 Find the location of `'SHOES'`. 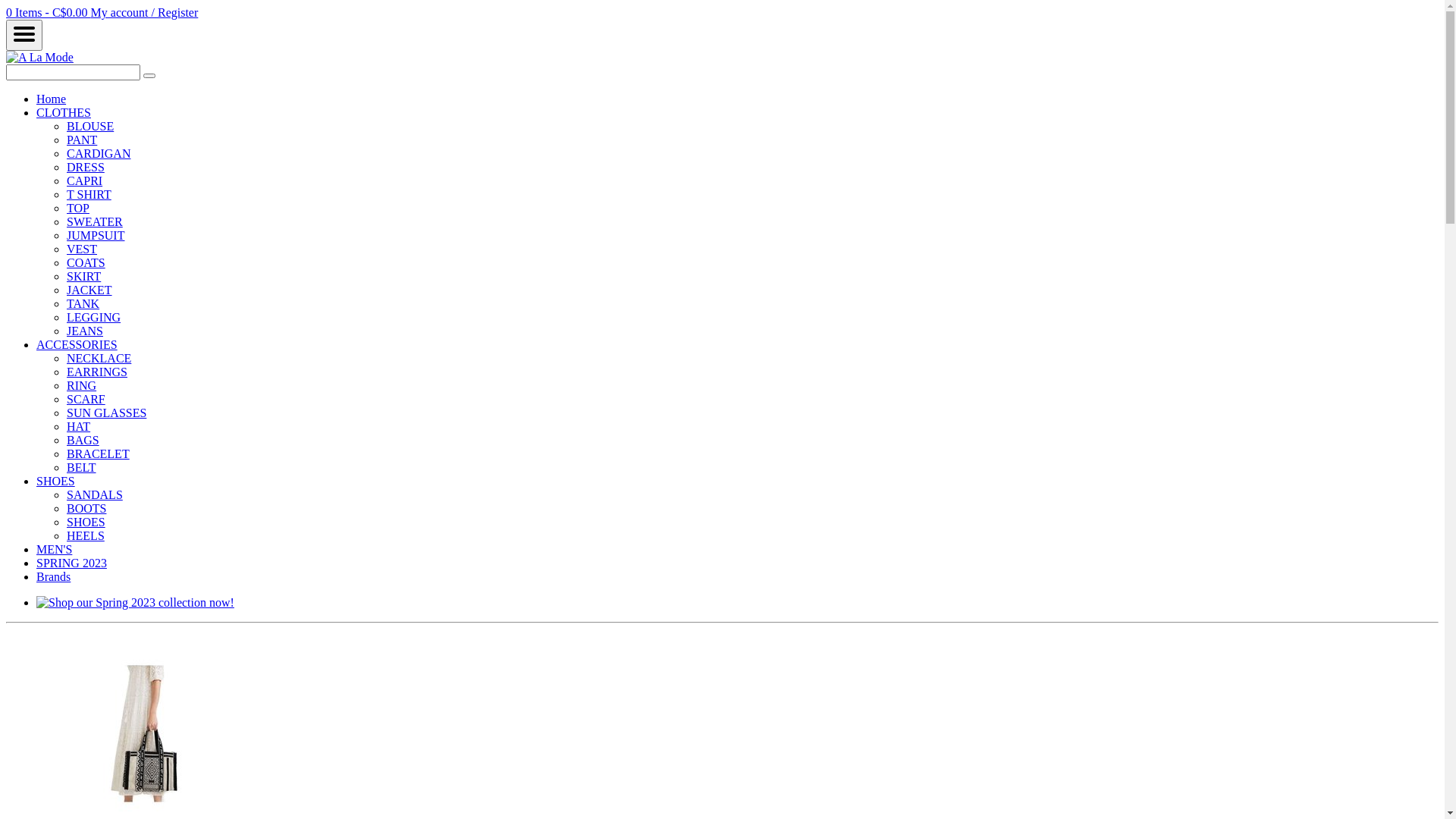

'SHOES' is located at coordinates (85, 521).